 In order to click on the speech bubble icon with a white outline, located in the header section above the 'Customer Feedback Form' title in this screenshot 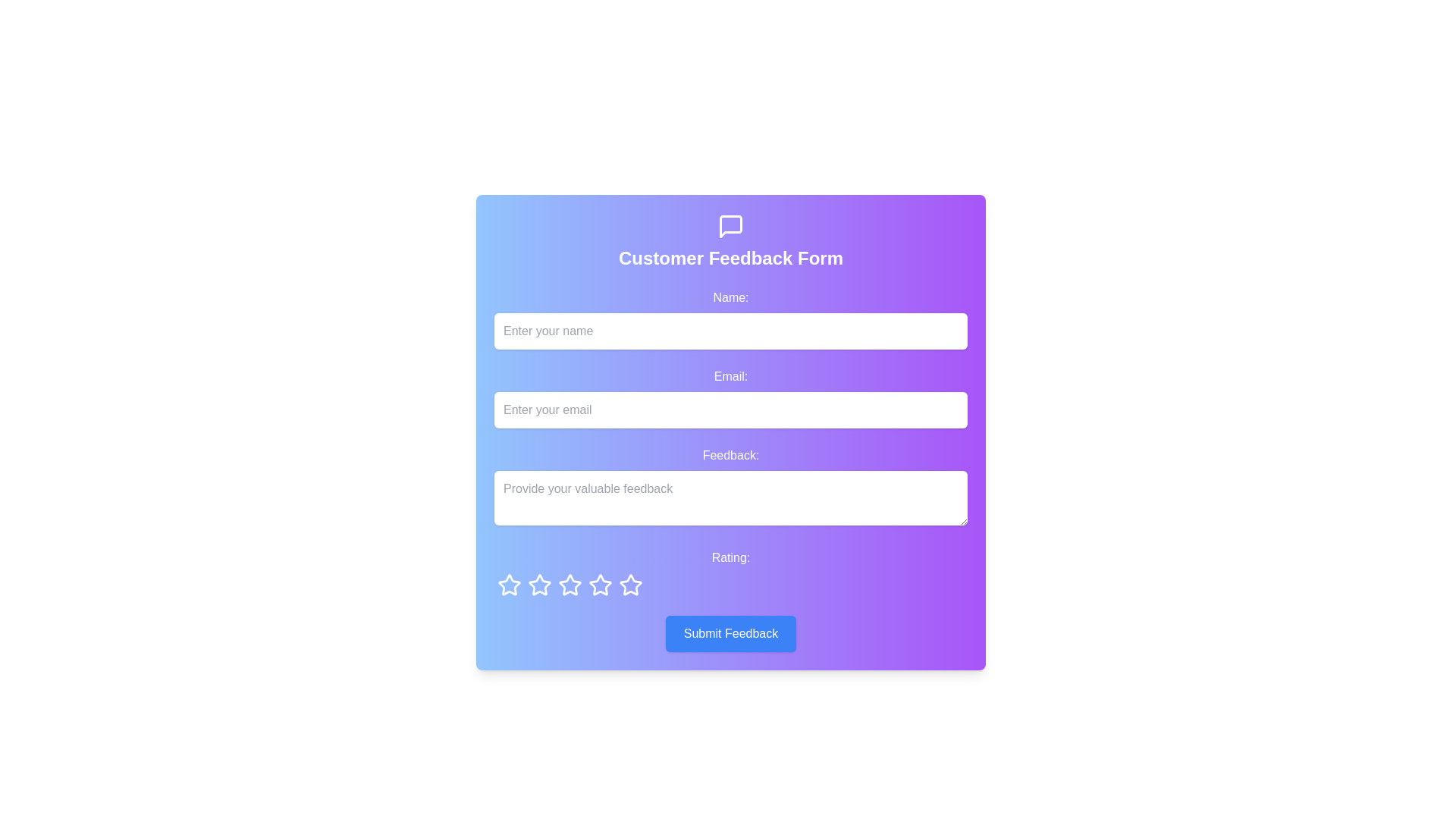, I will do `click(731, 227)`.